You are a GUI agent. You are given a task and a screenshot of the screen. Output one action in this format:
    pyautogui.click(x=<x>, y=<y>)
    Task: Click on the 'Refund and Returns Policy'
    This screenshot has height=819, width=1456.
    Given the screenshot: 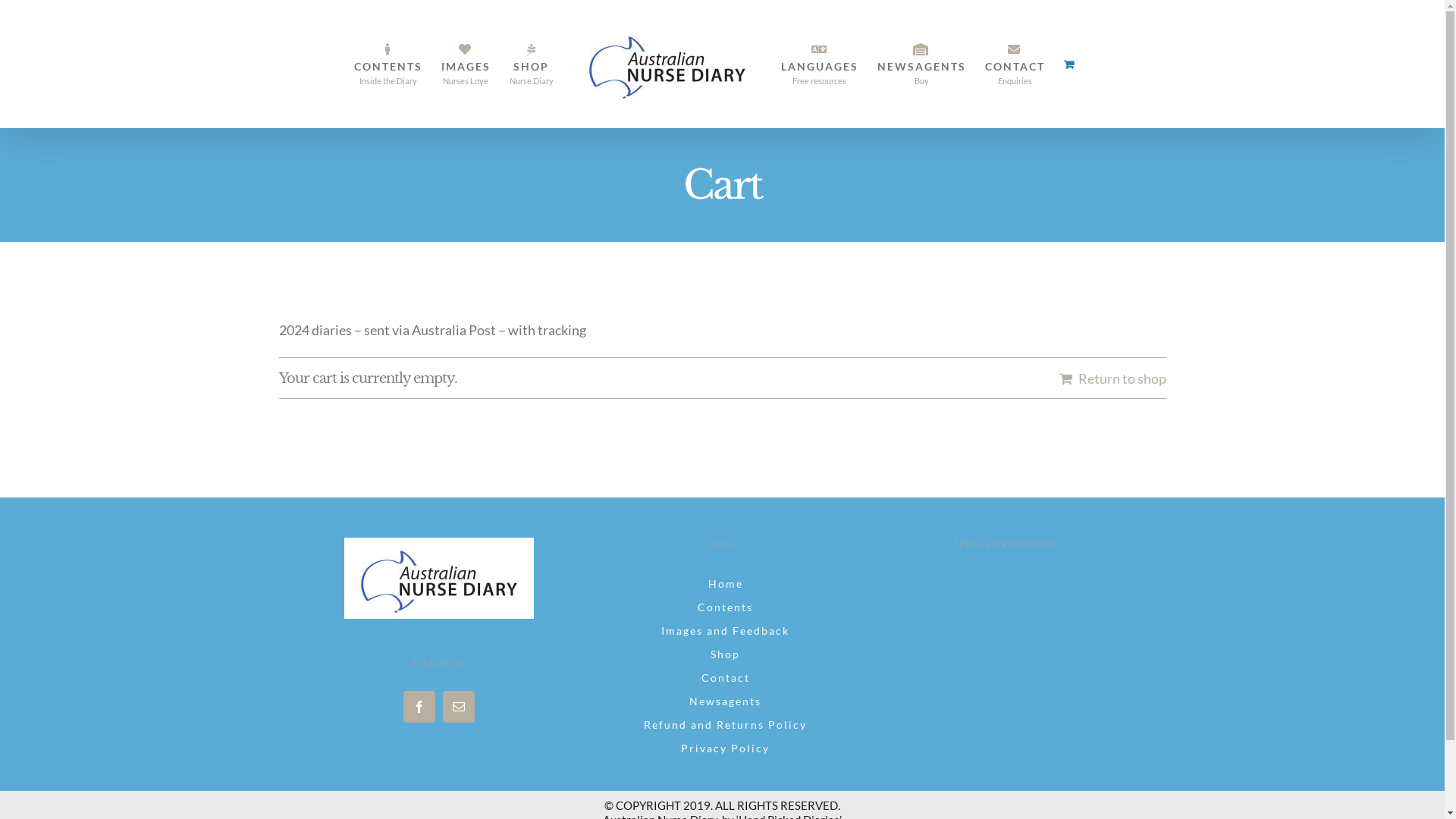 What is the action you would take?
    pyautogui.click(x=720, y=723)
    